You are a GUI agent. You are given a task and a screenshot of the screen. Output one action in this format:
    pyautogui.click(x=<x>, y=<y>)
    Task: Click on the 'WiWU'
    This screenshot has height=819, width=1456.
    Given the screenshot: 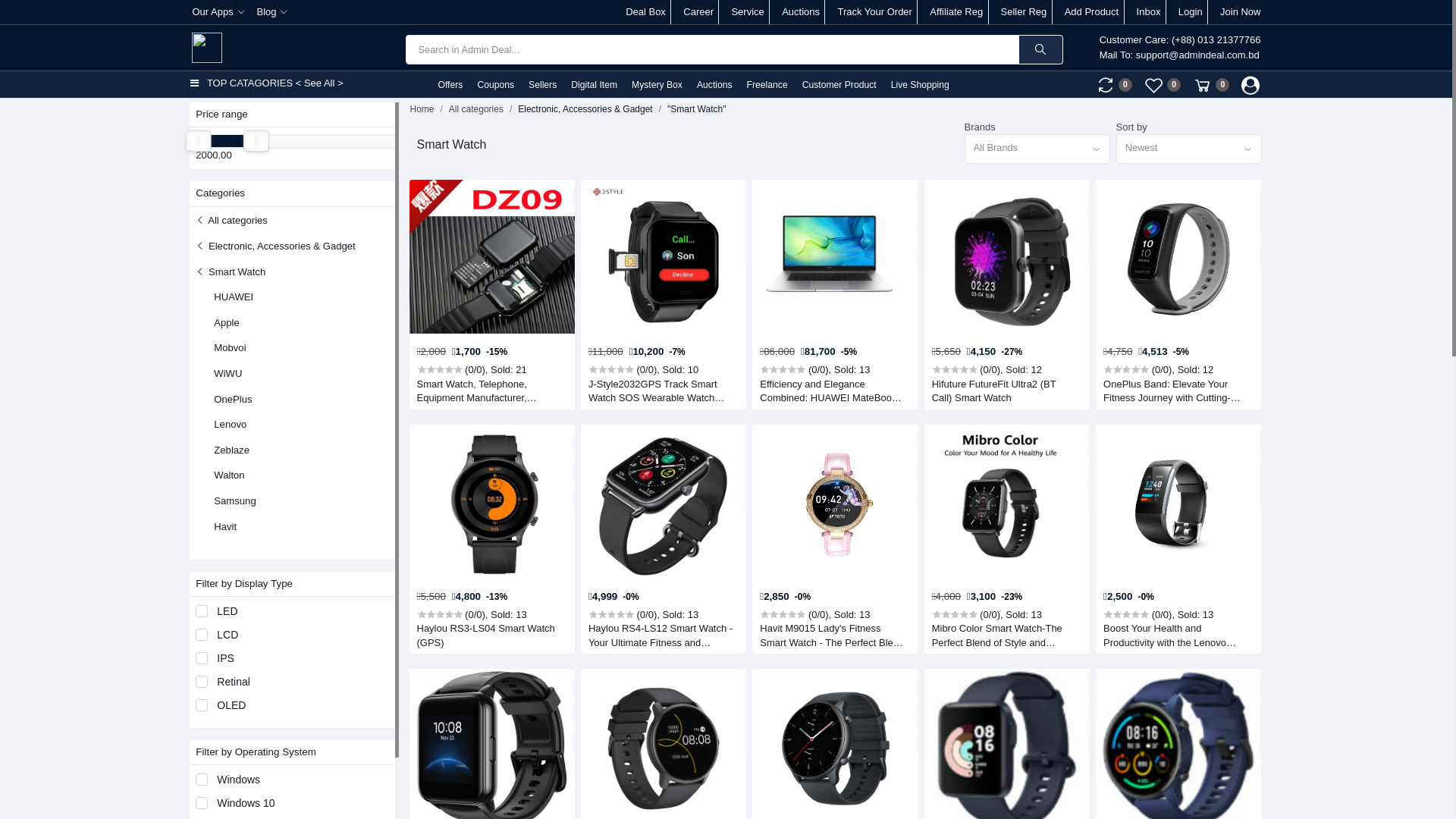 What is the action you would take?
    pyautogui.click(x=227, y=373)
    